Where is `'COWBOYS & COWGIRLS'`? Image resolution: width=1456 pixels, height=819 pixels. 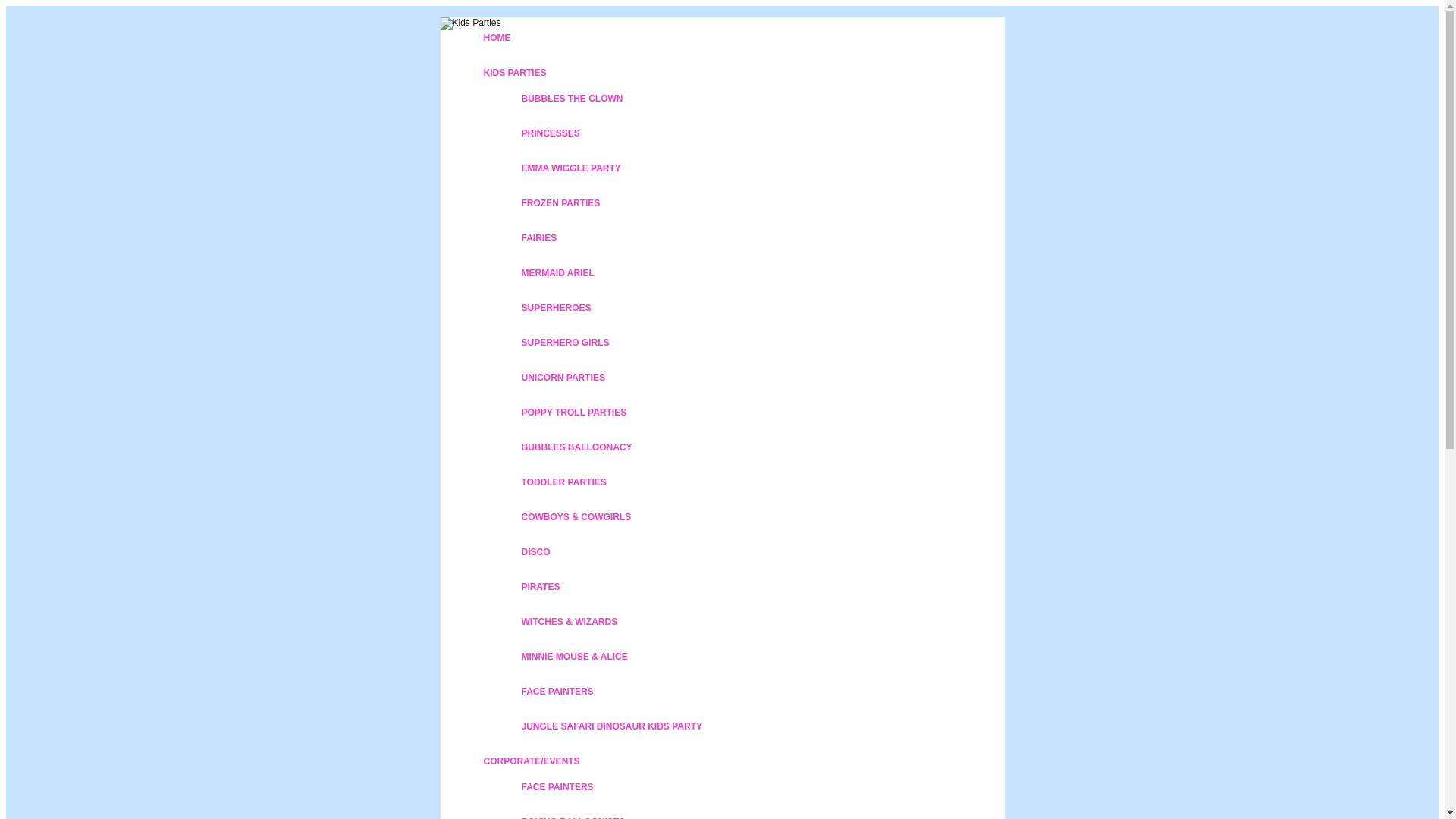 'COWBOYS & COWGIRLS' is located at coordinates (575, 516).